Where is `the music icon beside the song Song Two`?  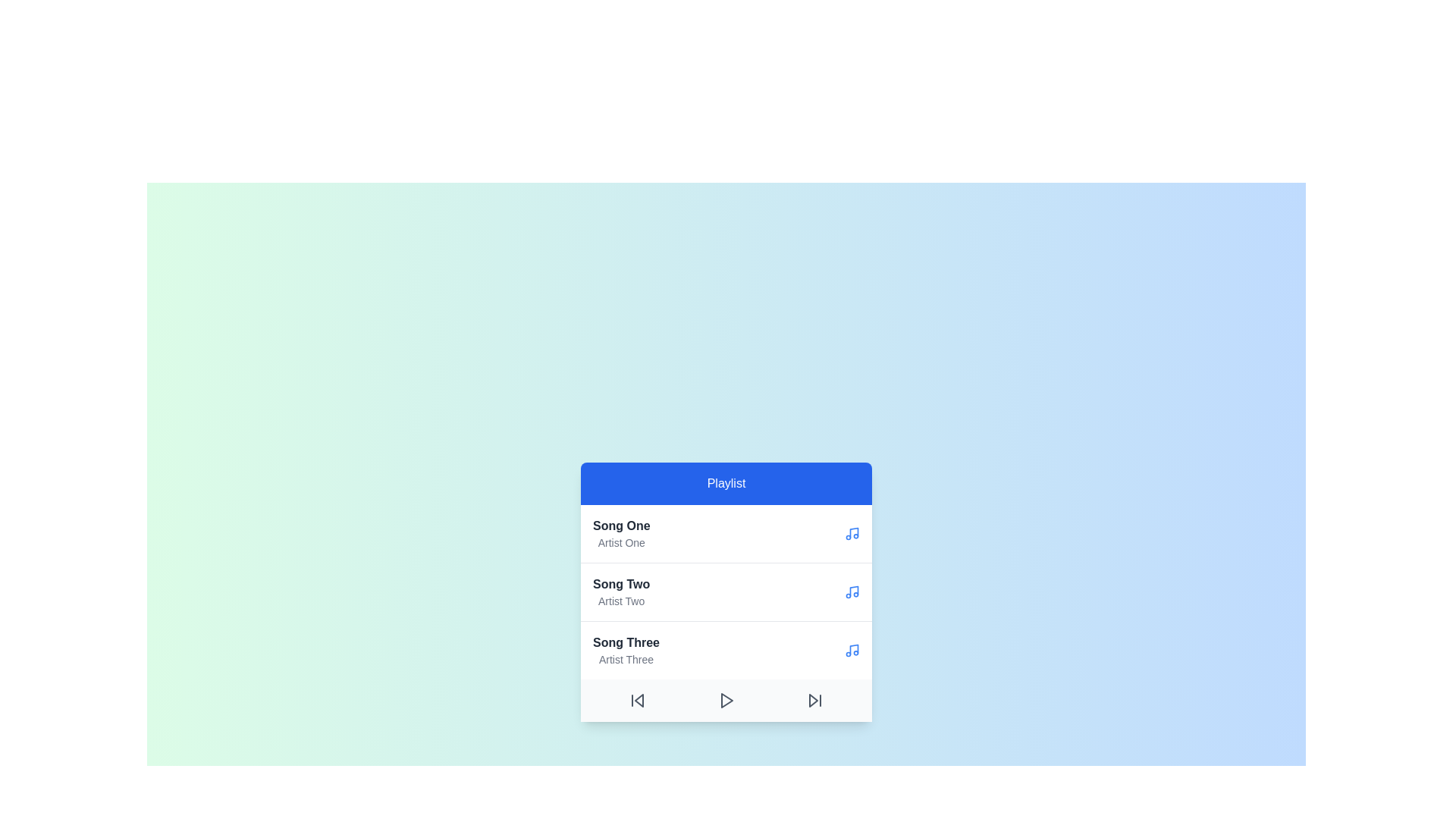
the music icon beside the song Song Two is located at coordinates (852, 591).